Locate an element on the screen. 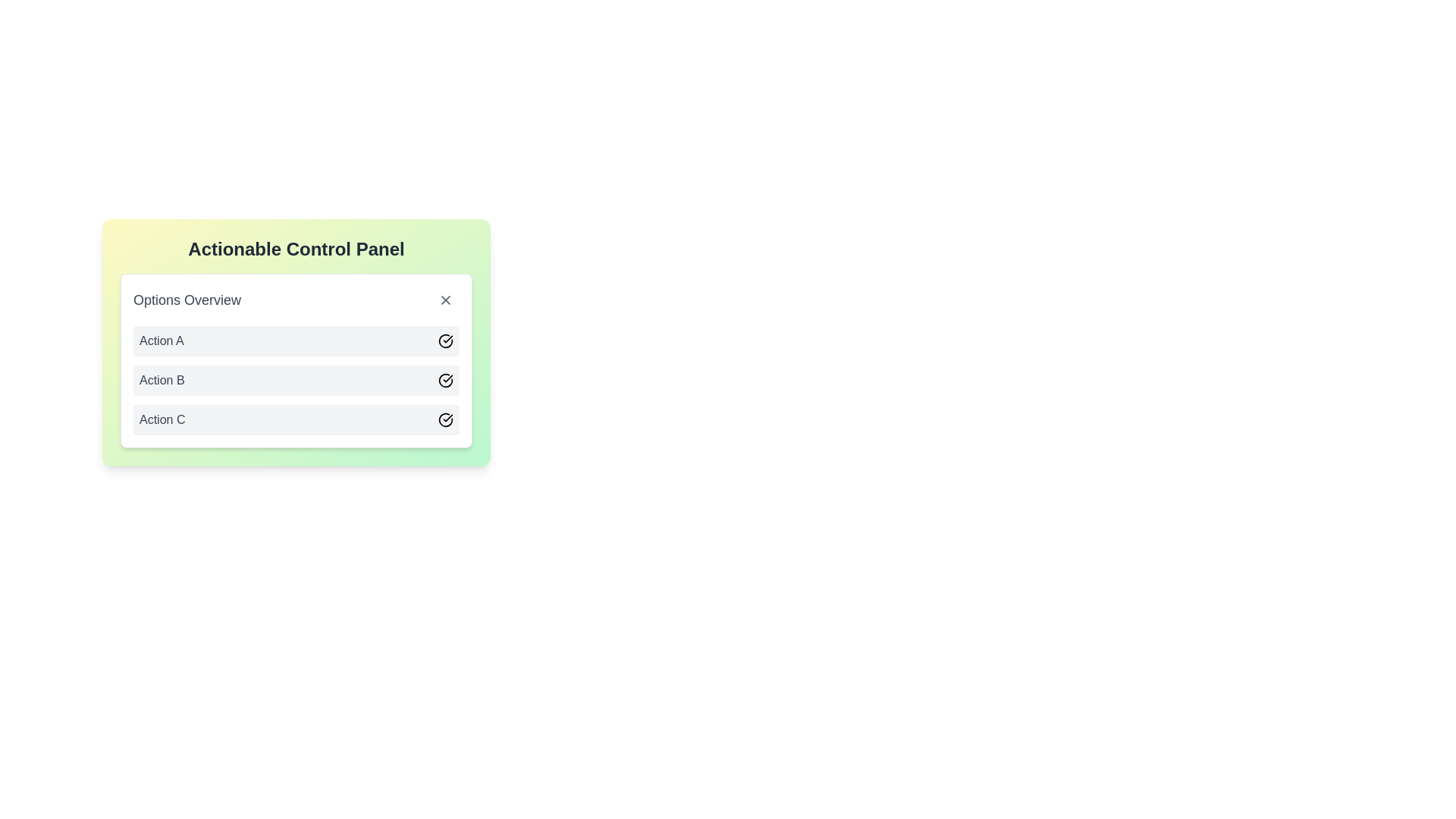 The width and height of the screenshot is (1456, 819). the third actionable row titled 'Action C' in the 'Options Overview' is located at coordinates (296, 420).